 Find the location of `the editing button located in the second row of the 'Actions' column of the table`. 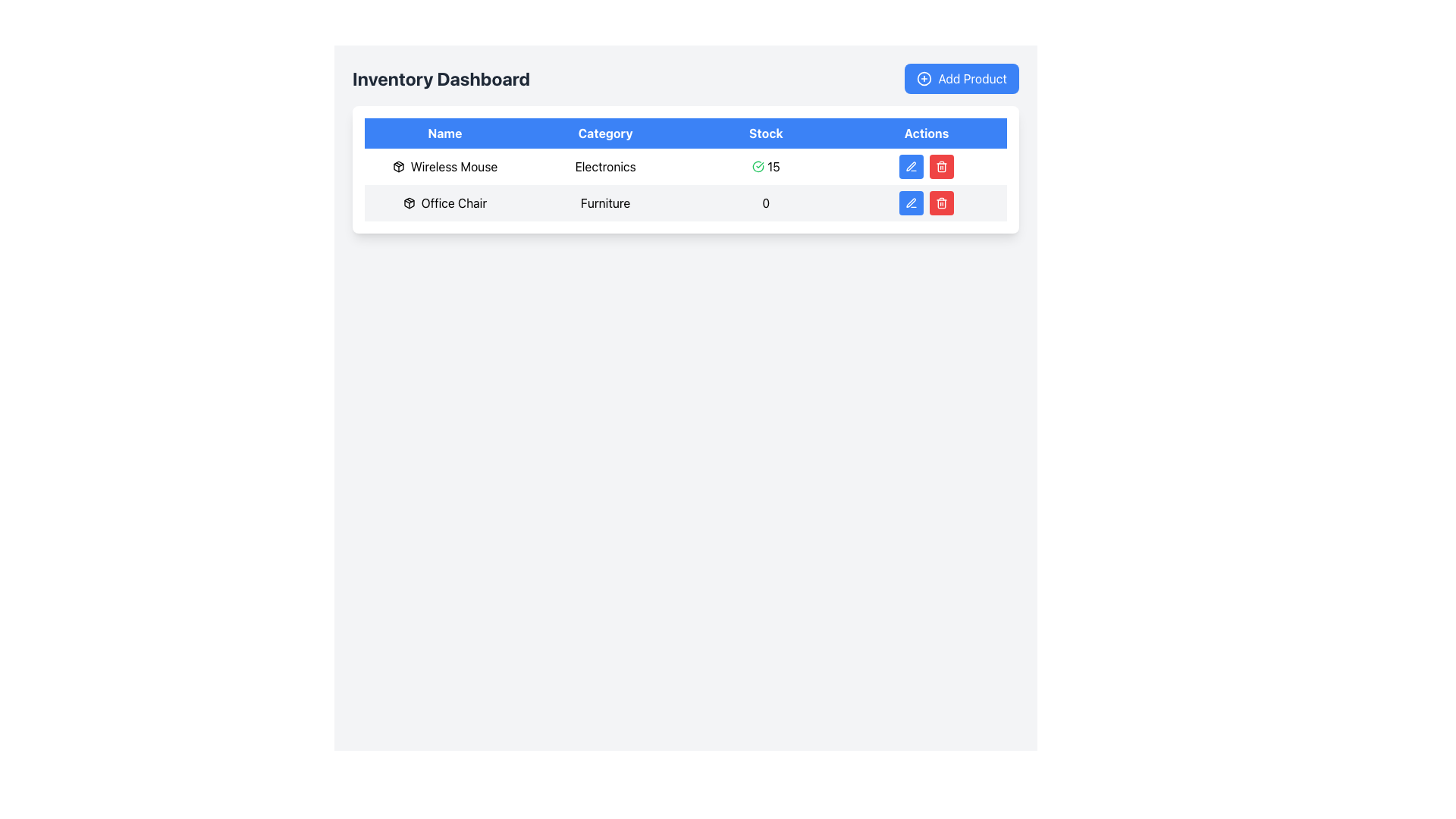

the editing button located in the second row of the 'Actions' column of the table is located at coordinates (911, 202).